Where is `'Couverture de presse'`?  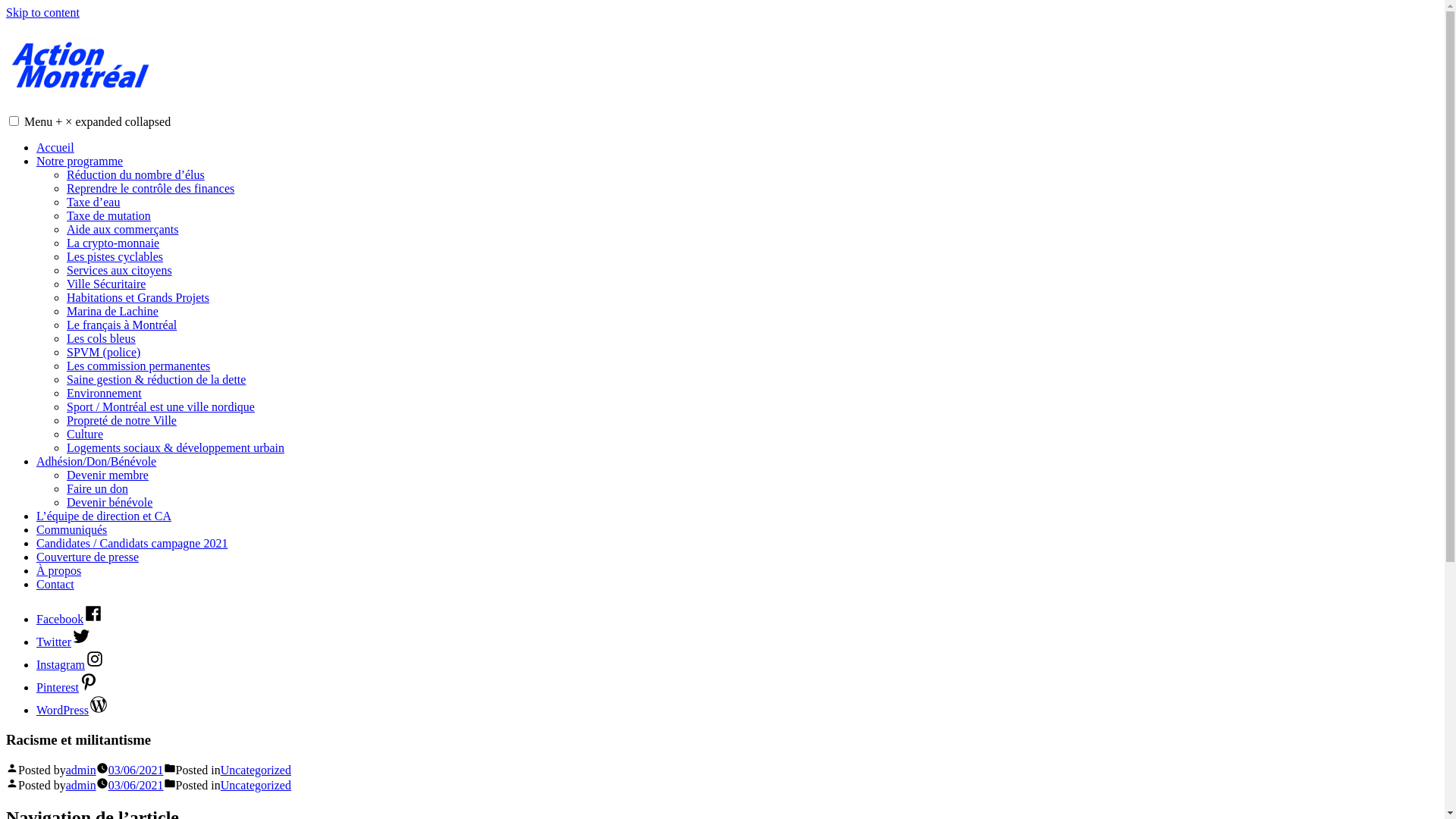
'Couverture de presse' is located at coordinates (86, 557).